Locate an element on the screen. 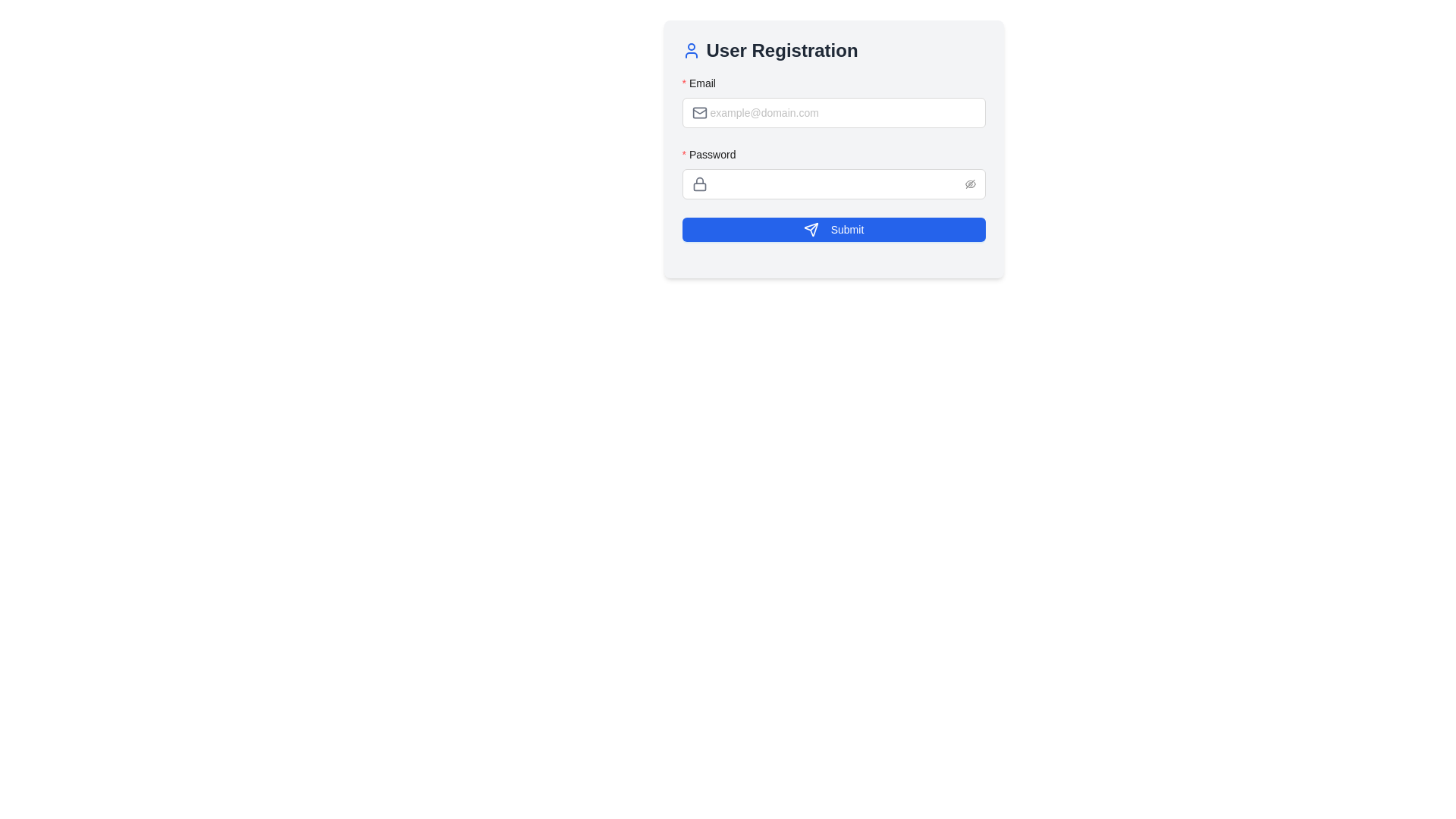 The width and height of the screenshot is (1456, 819). the Password input field to focus on it, which is the second input field in the vertical form layout, positioned below the 'Email' input field and above the 'Submit' button is located at coordinates (833, 171).